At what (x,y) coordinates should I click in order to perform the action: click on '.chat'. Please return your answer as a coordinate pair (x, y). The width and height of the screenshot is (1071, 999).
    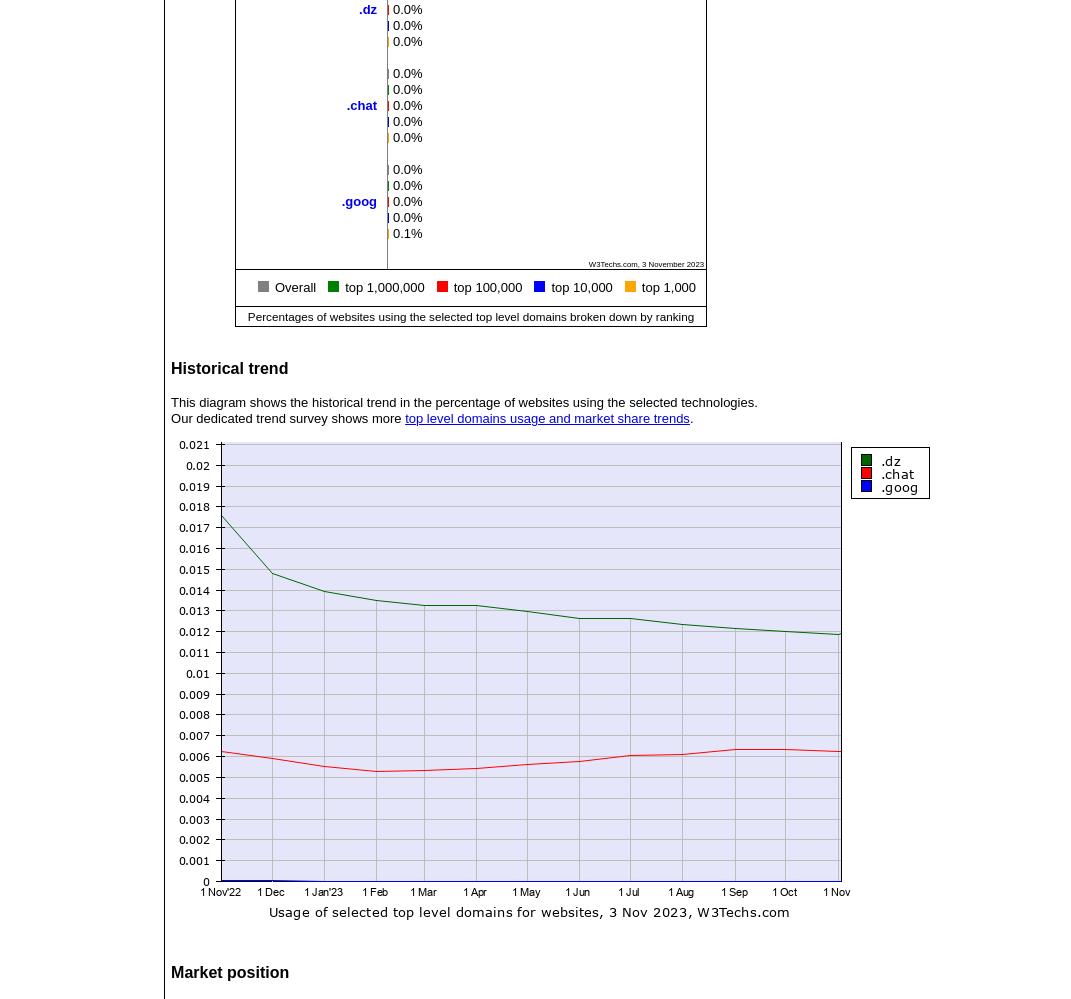
    Looking at the image, I should click on (360, 104).